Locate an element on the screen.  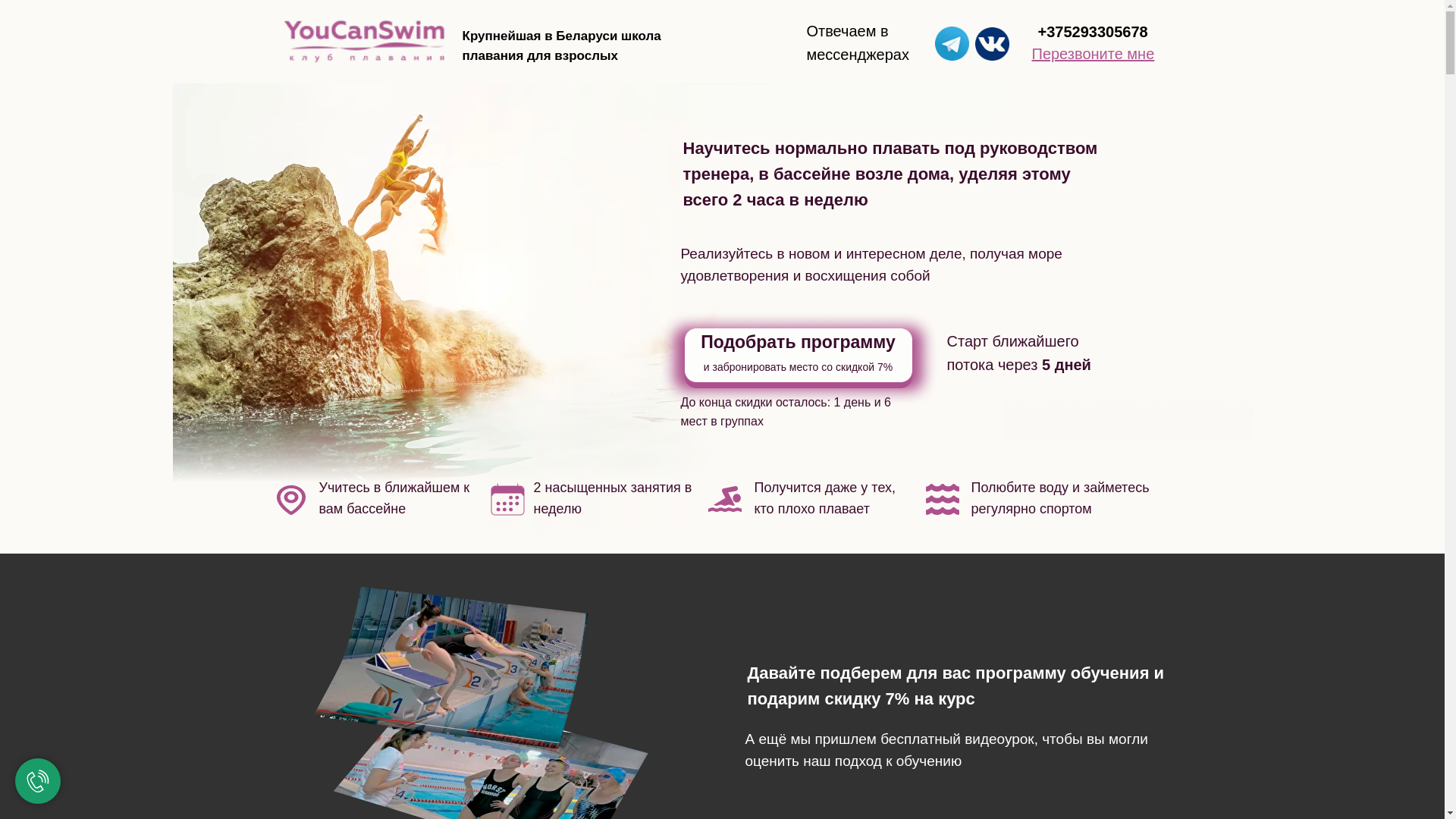
'+375293305678' is located at coordinates (1092, 32).